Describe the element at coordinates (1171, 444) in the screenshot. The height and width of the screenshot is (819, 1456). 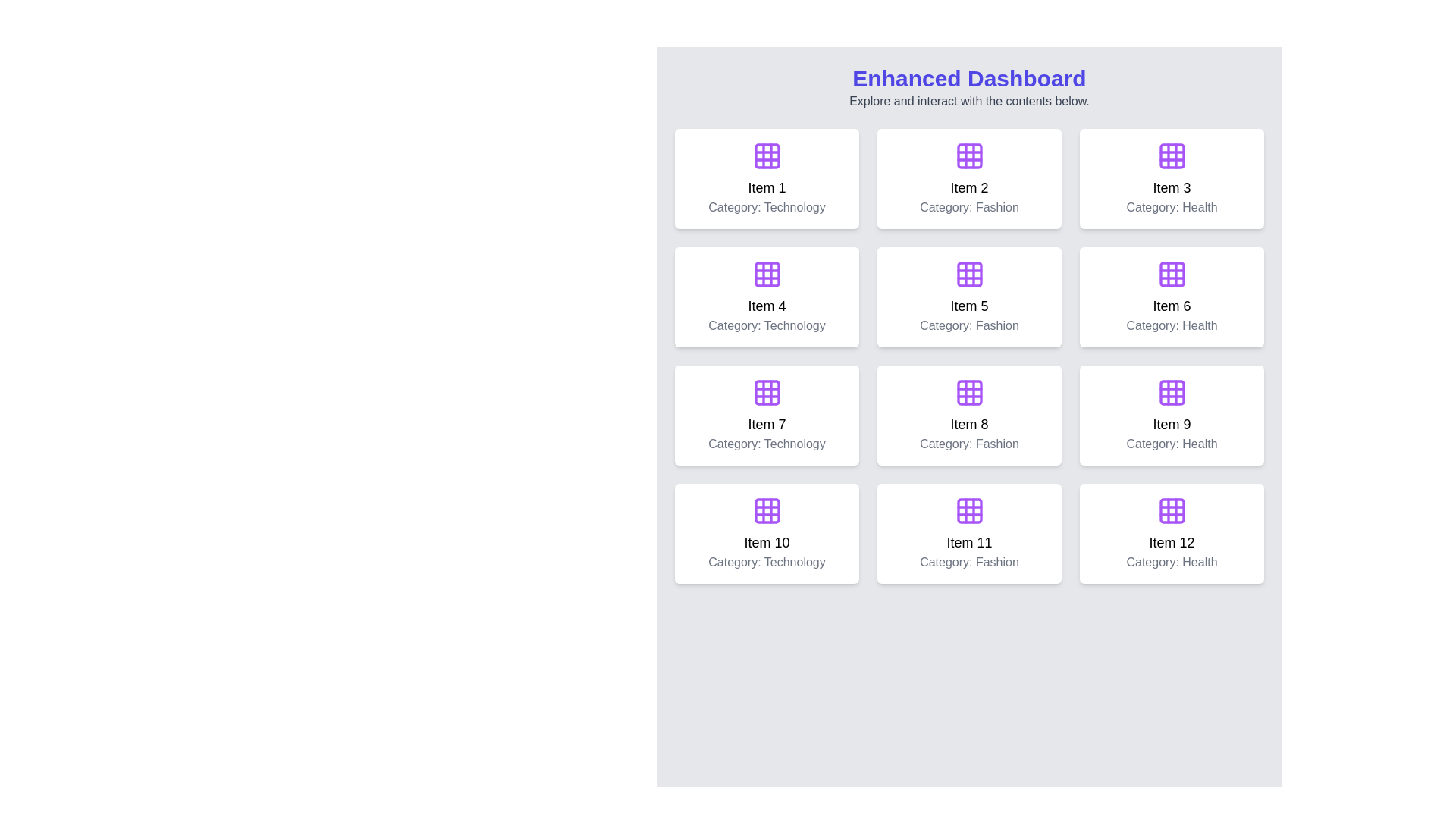
I see `the text label that displays 'Category: Health', which is styled in gray and located in the ninth item card below the title 'Item 9'` at that location.